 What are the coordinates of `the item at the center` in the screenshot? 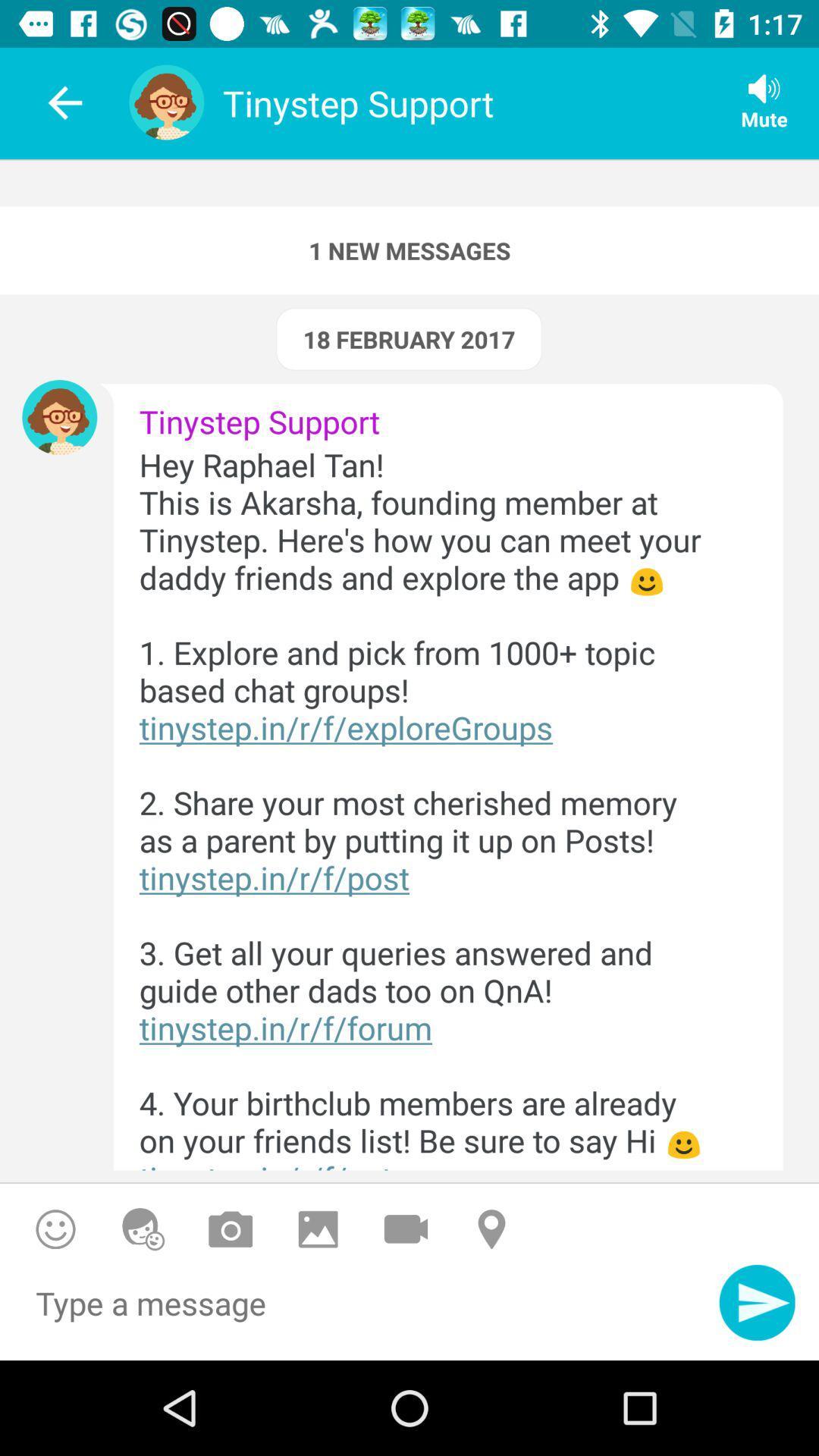 It's located at (435, 805).